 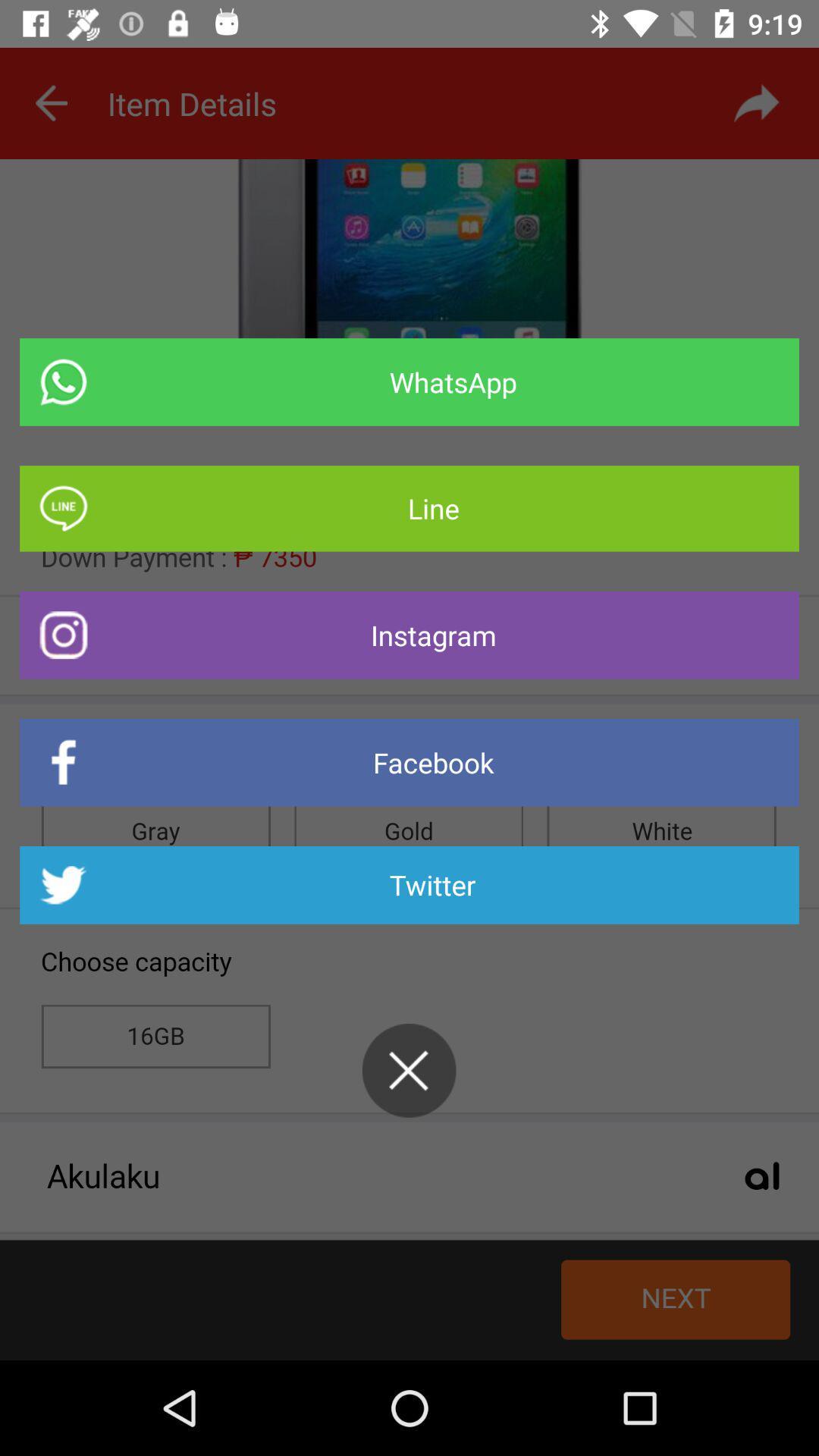 What do you see at coordinates (409, 762) in the screenshot?
I see `the facebook` at bounding box center [409, 762].